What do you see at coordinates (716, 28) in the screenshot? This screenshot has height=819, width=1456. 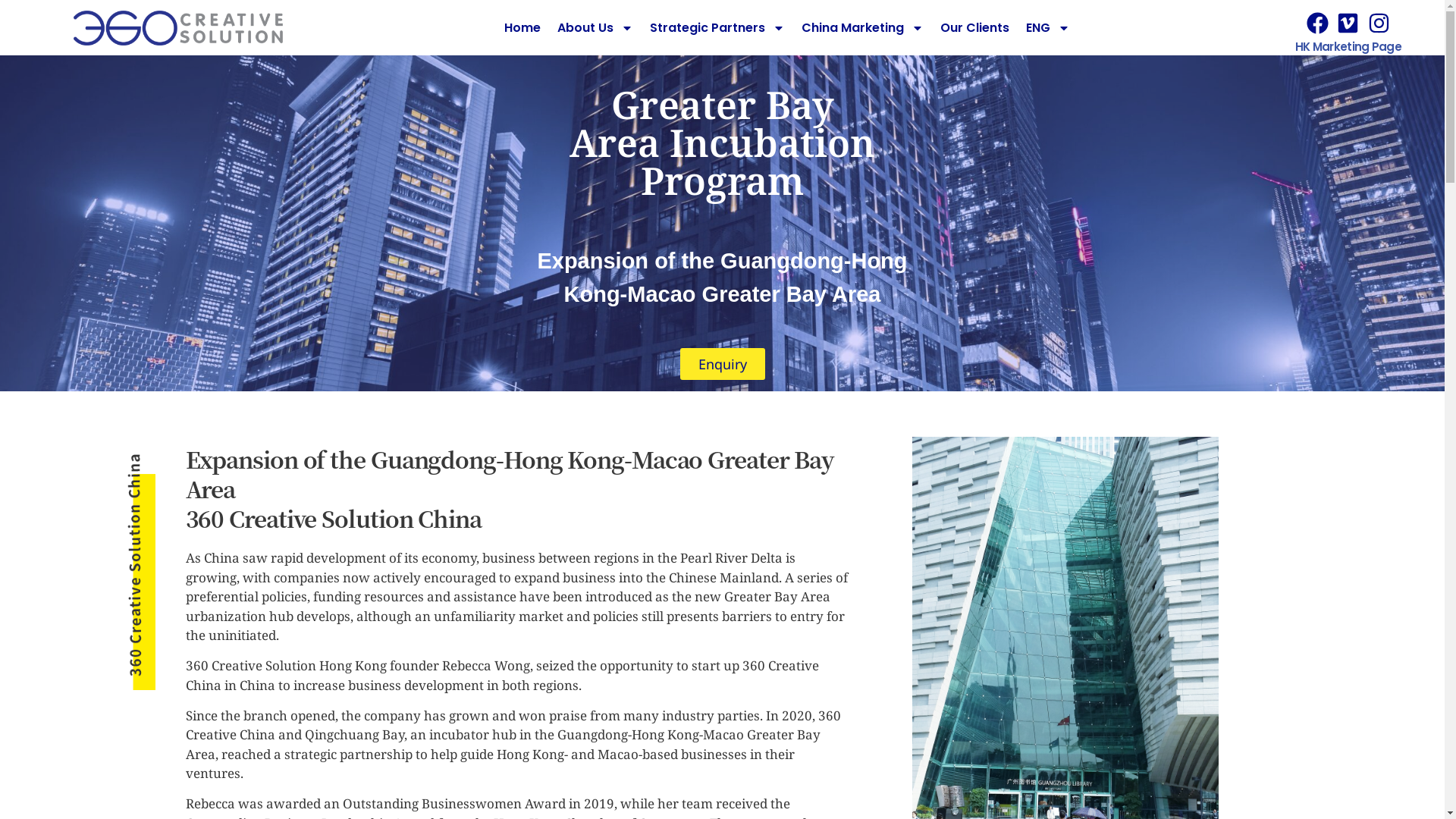 I see `'Strategic Partners'` at bounding box center [716, 28].